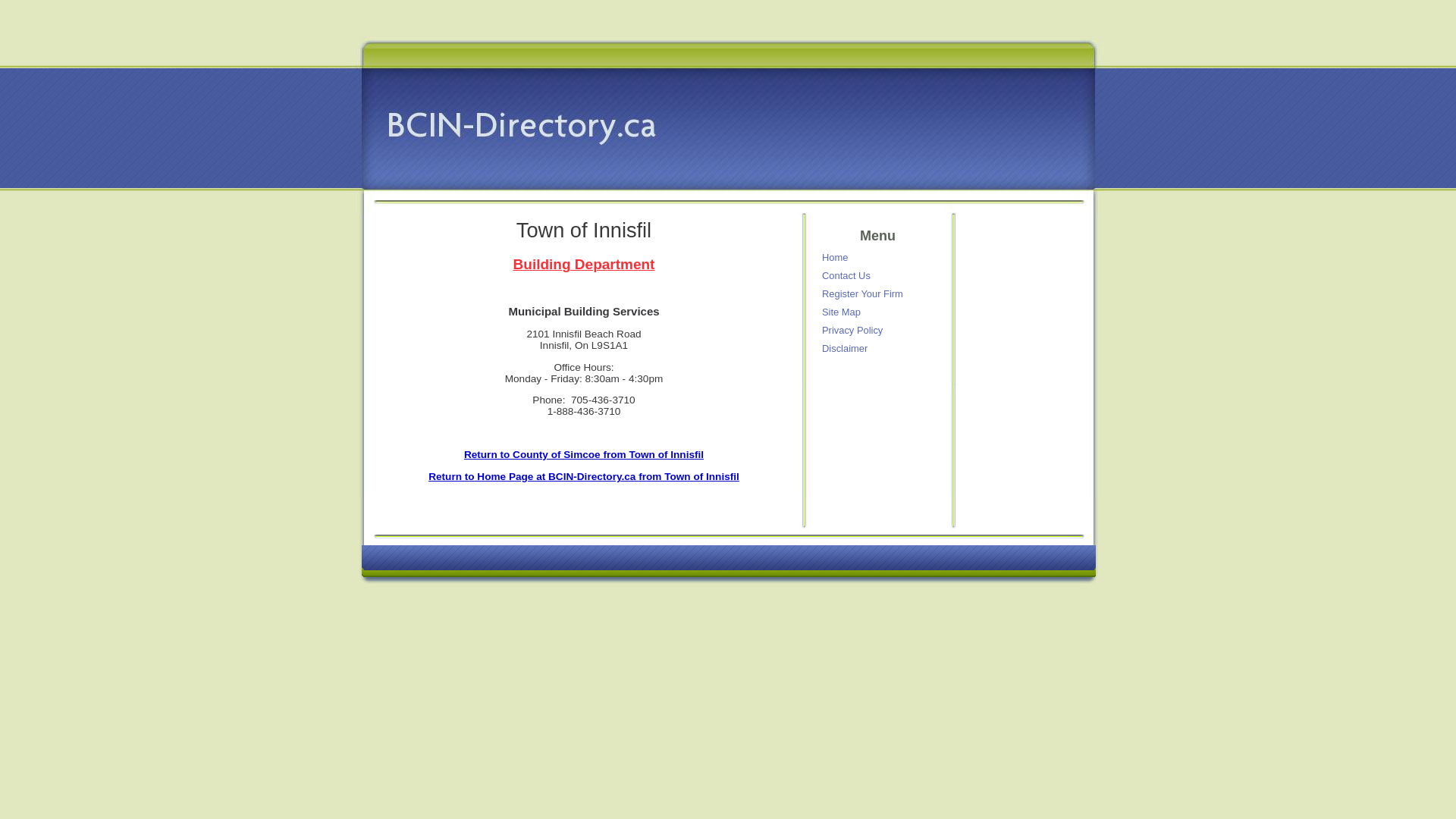 The image size is (1456, 819). Describe the element at coordinates (880, 275) in the screenshot. I see `'Contact Us'` at that location.